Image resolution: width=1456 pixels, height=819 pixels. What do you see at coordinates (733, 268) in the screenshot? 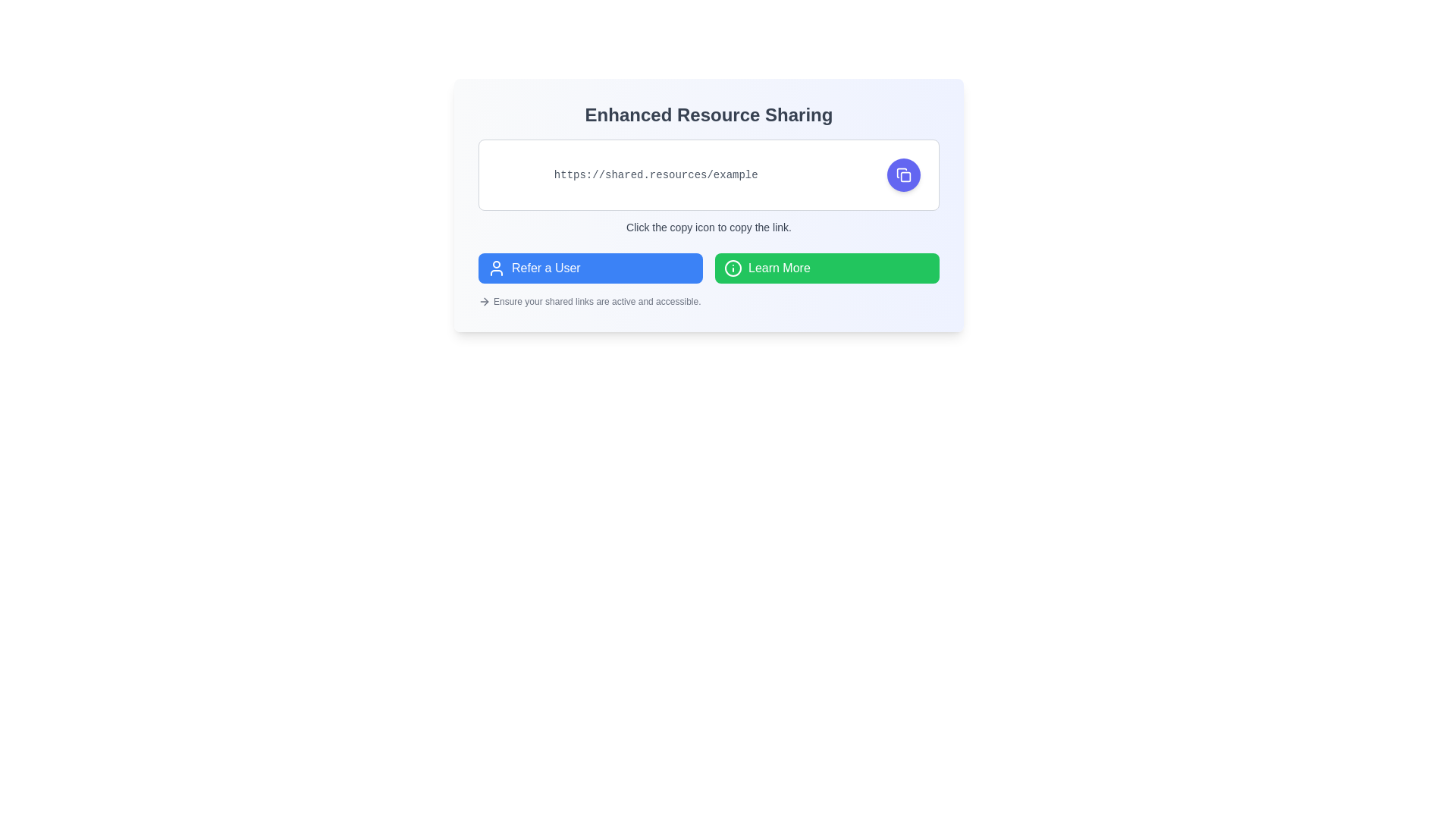
I see `the information icon within the green 'Learn More' button` at bounding box center [733, 268].